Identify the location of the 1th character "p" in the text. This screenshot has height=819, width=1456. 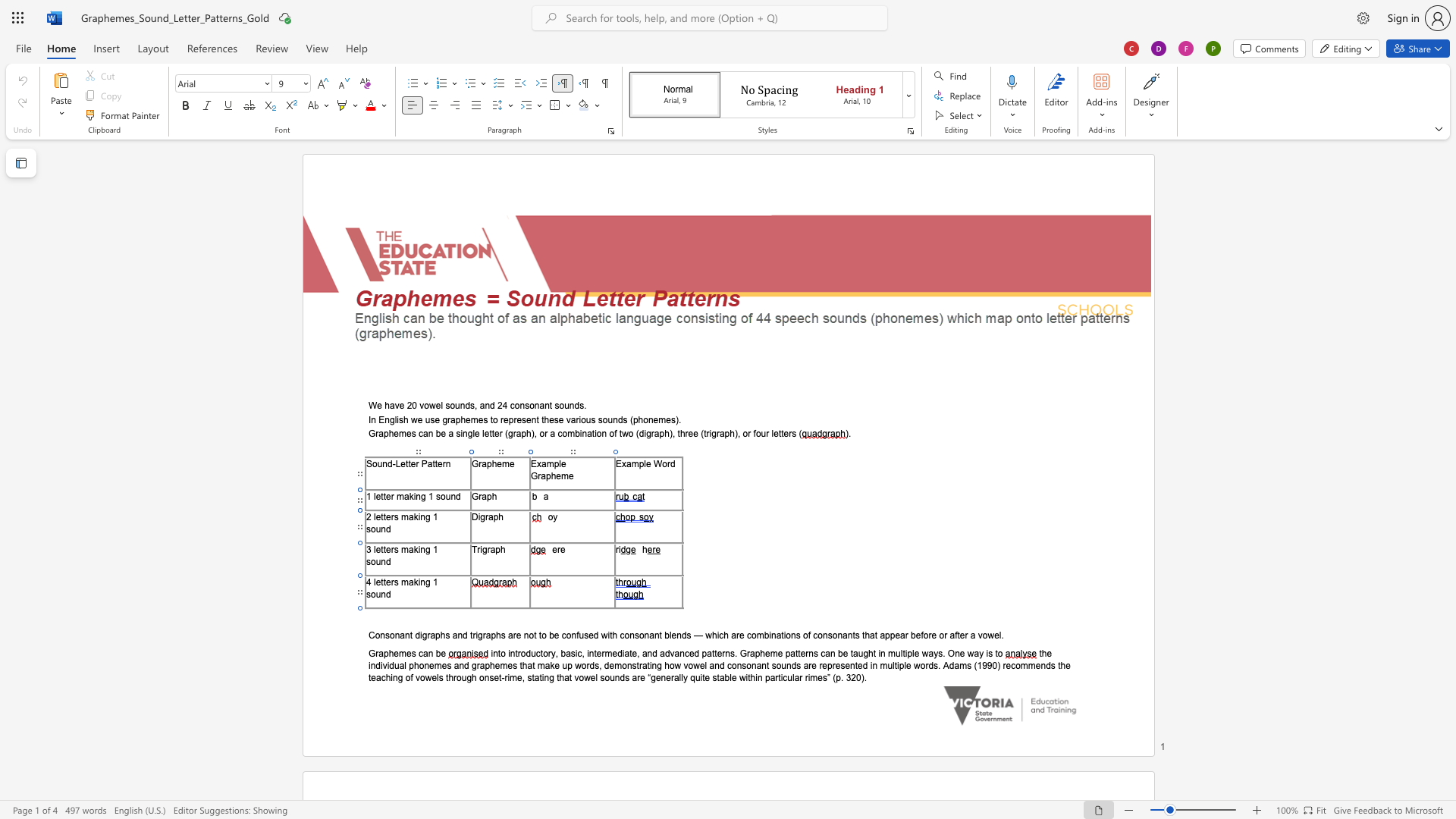
(386, 652).